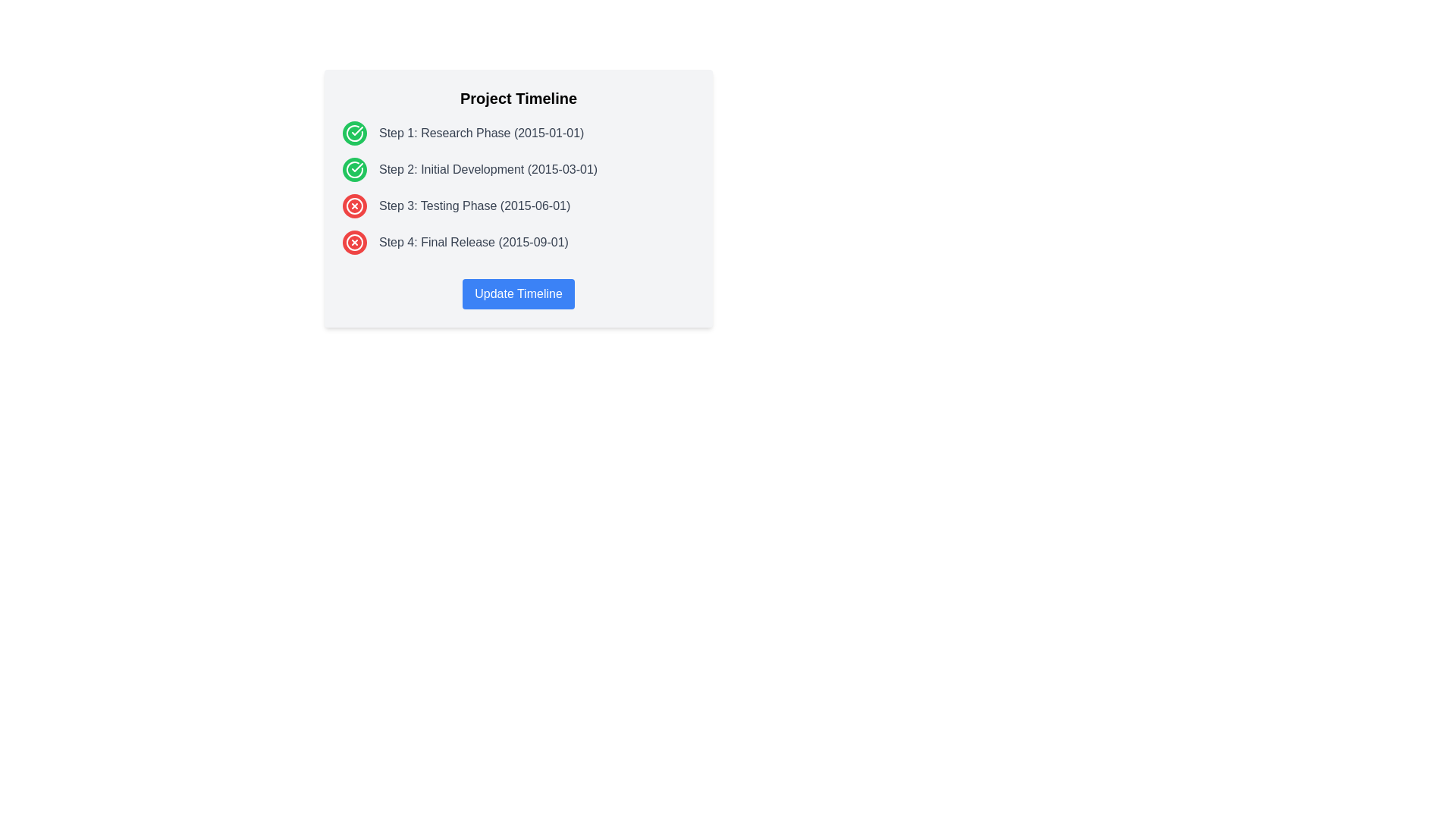 The image size is (1456, 819). Describe the element at coordinates (353, 206) in the screenshot. I see `the status marker icon indicating a failed or terminated Step 4 in the Project Timeline section, which is visually represented by a red circular background to the left of the step's description` at that location.